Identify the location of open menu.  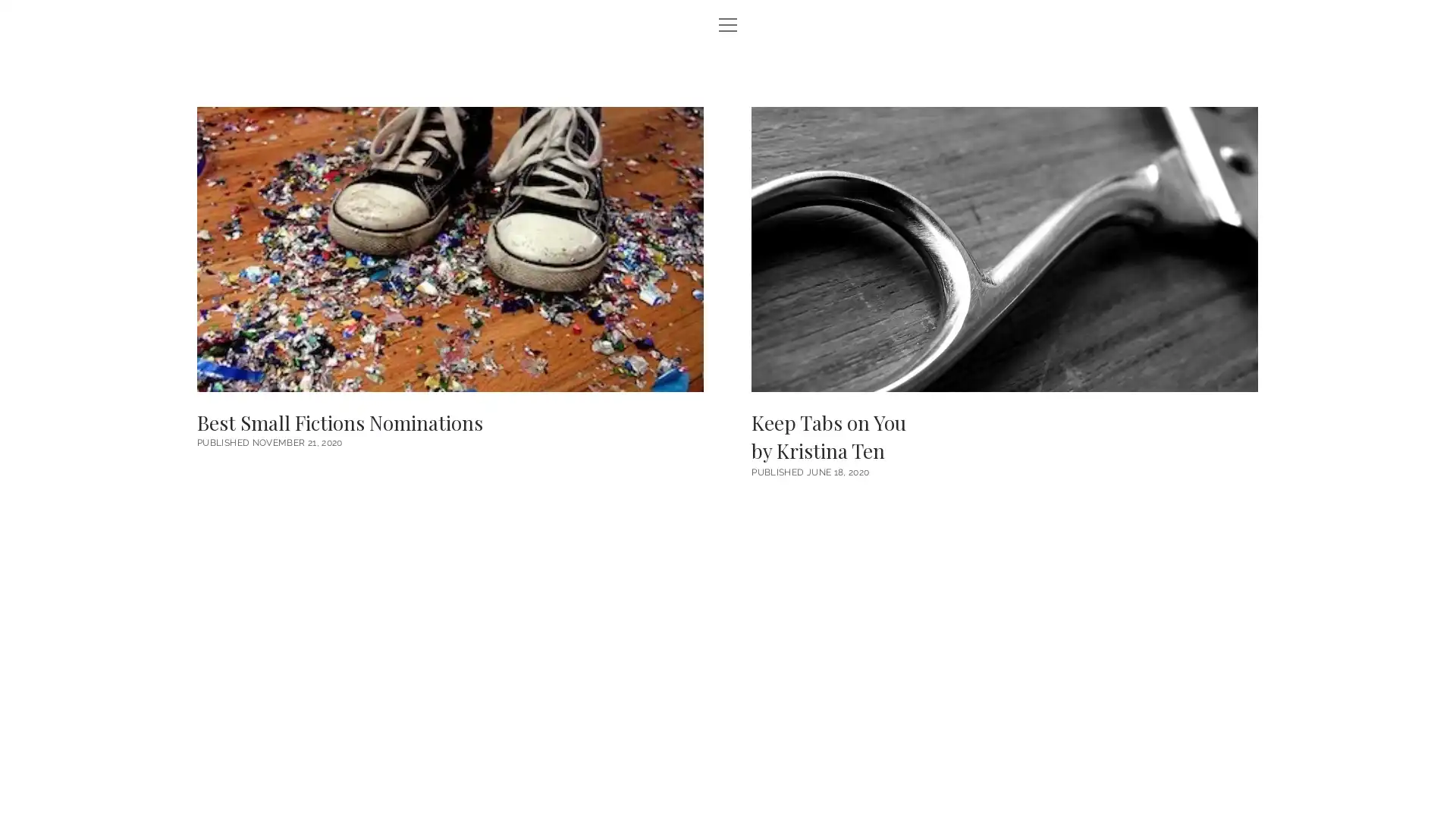
(728, 26).